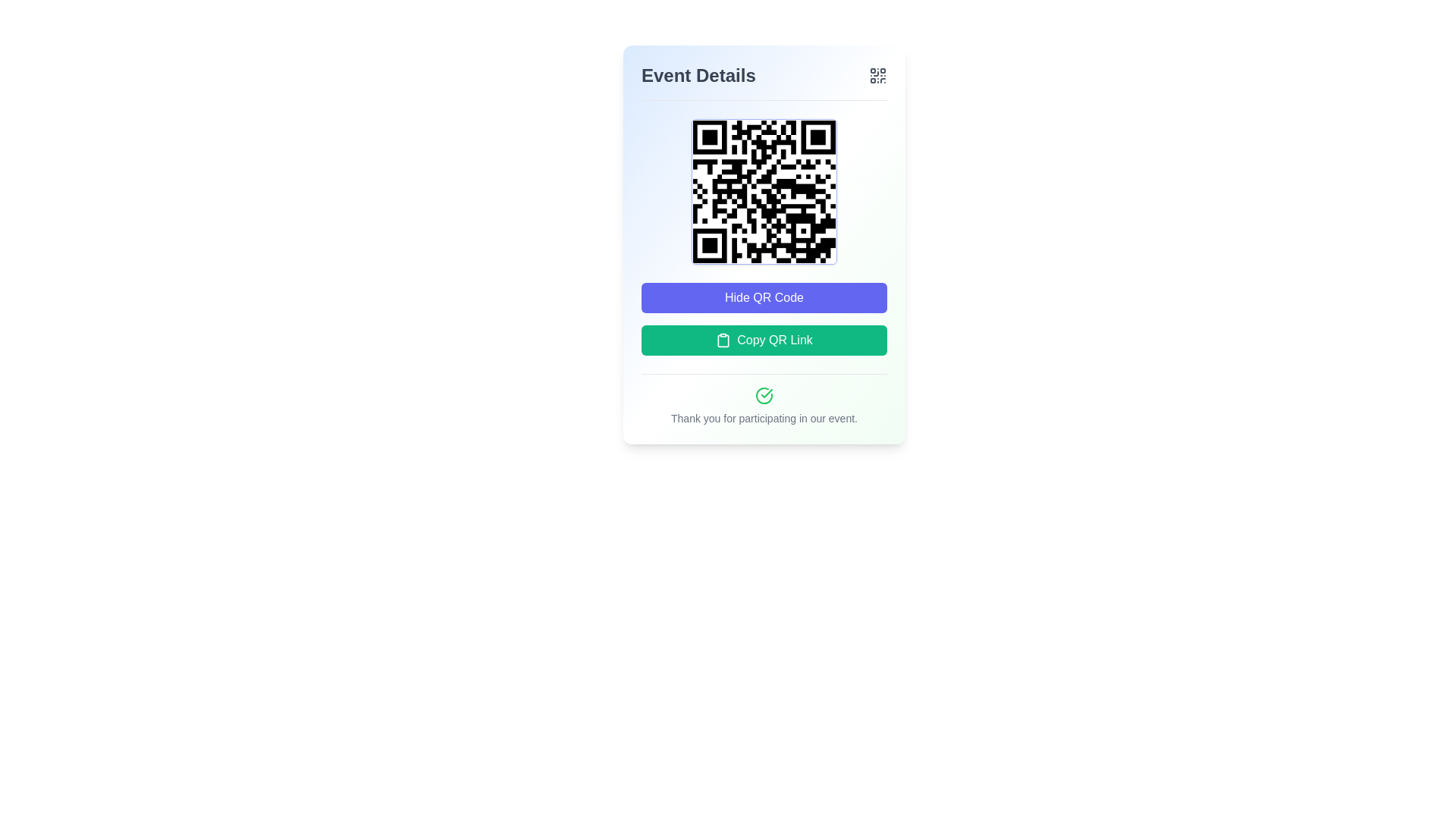 The width and height of the screenshot is (1456, 819). Describe the element at coordinates (764, 339) in the screenshot. I see `the button located beneath the 'Hide QR Code' button and above the confirmation message to copy the QR code link to the clipboard` at that location.